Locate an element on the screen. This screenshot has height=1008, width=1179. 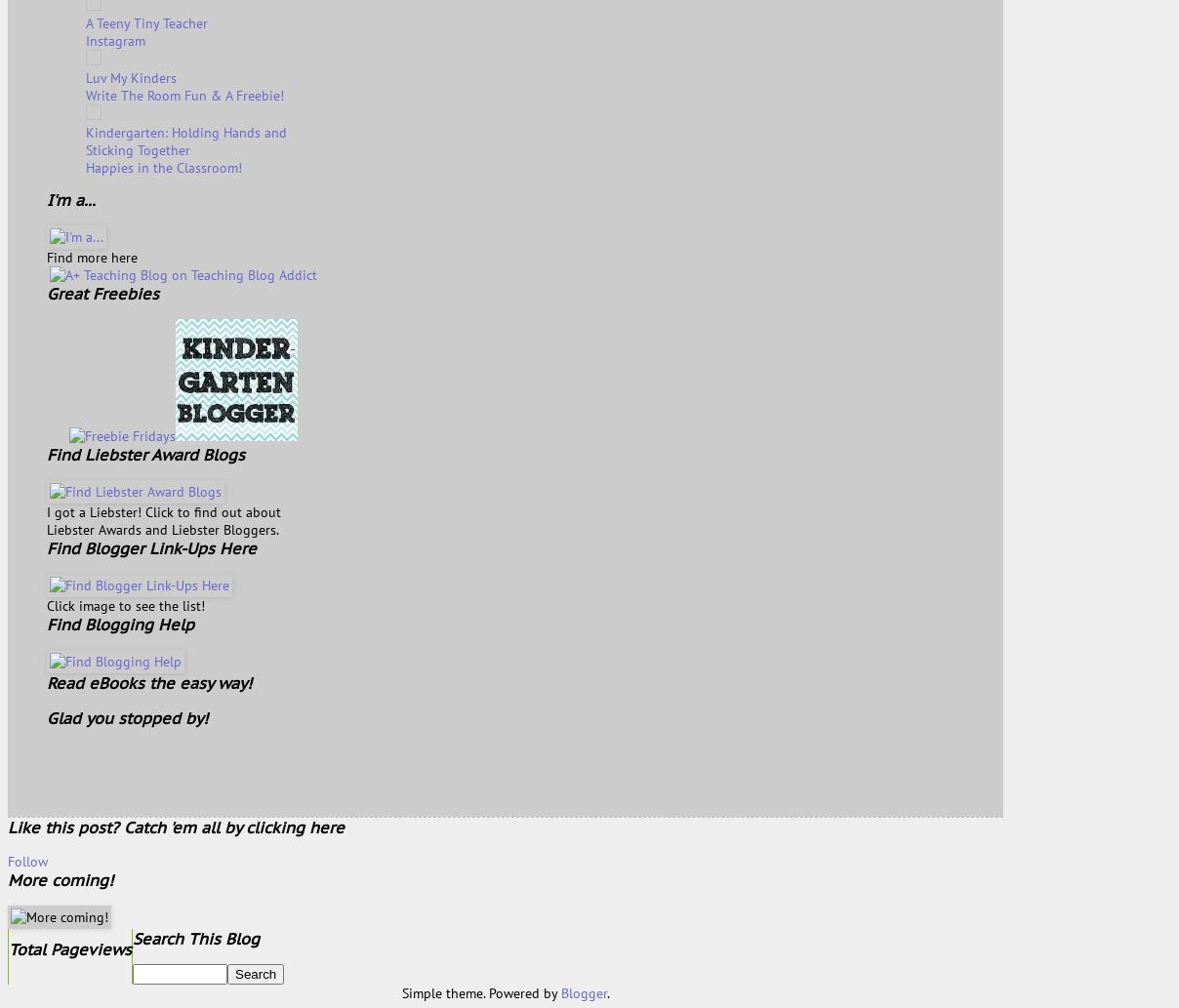
'I'm a...' is located at coordinates (69, 199).